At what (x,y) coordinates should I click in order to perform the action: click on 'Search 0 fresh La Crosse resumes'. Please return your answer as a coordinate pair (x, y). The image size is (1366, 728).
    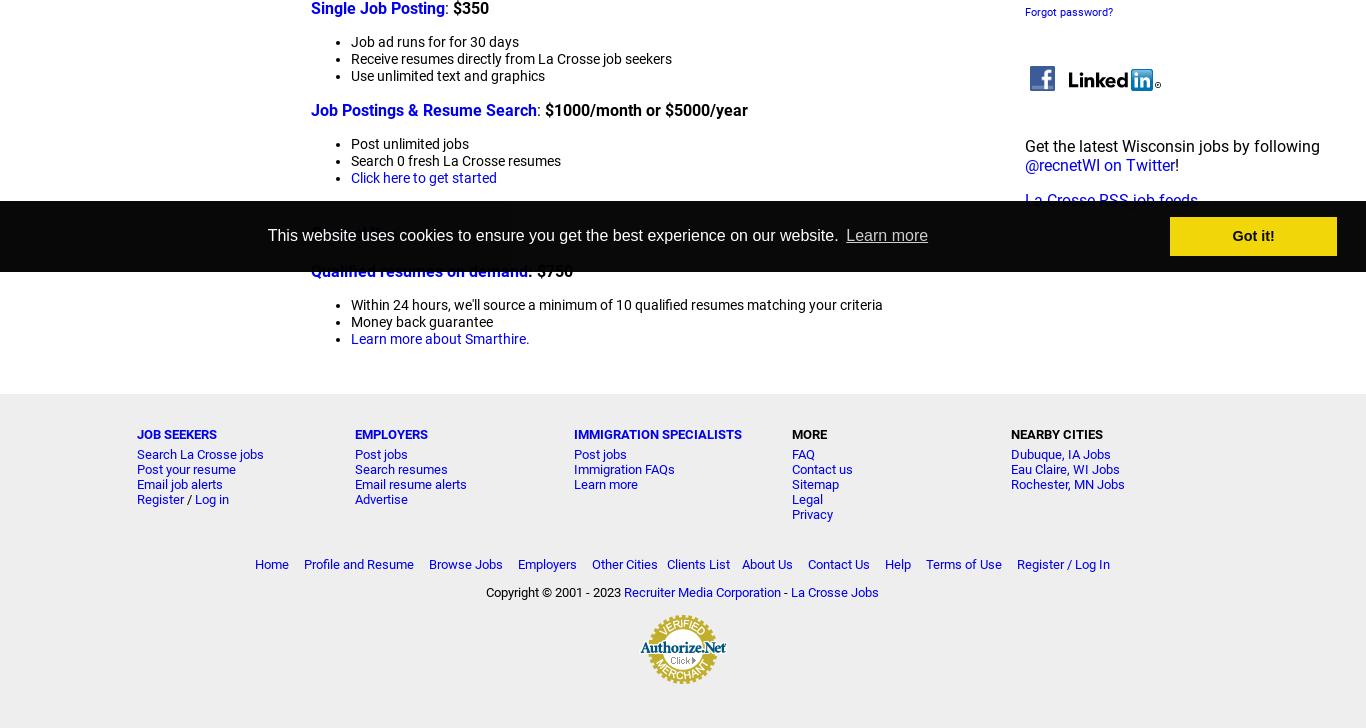
    Looking at the image, I should click on (454, 161).